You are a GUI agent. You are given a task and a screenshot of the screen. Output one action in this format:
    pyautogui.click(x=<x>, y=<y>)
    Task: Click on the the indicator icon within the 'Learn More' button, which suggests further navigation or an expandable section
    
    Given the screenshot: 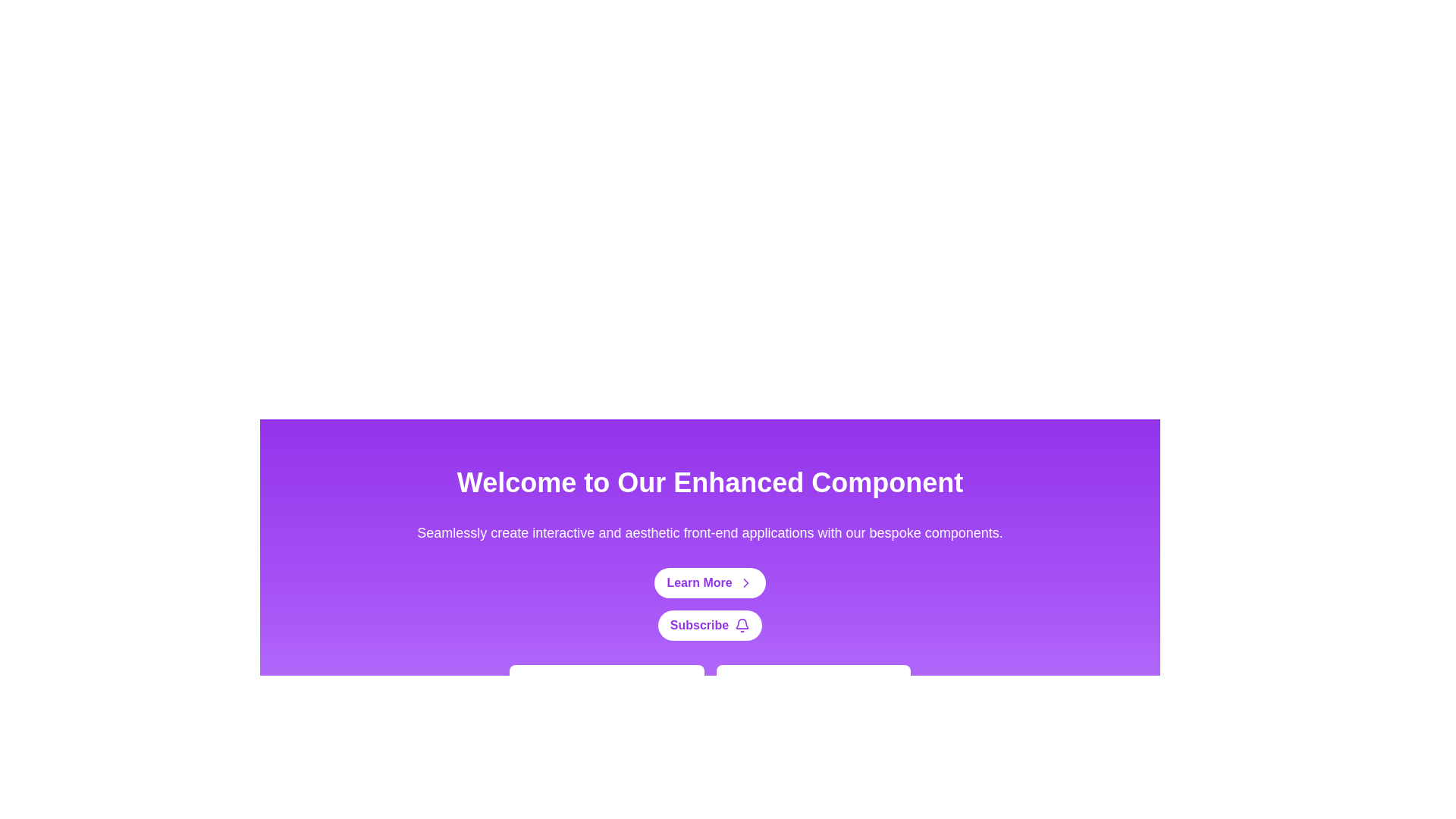 What is the action you would take?
    pyautogui.click(x=745, y=582)
    